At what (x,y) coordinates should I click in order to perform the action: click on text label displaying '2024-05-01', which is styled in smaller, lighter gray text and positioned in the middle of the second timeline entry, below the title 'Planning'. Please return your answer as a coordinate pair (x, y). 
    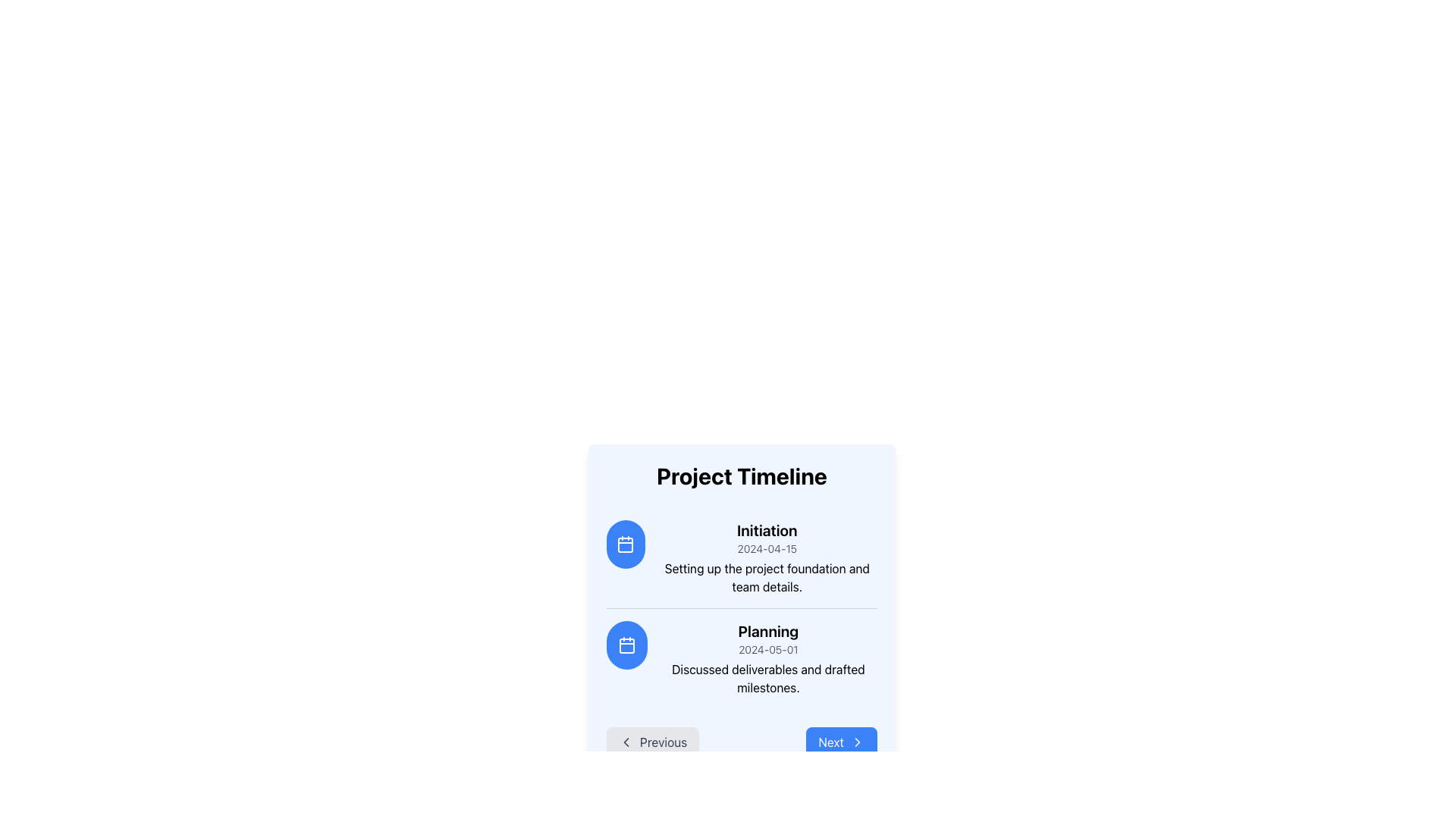
    Looking at the image, I should click on (768, 648).